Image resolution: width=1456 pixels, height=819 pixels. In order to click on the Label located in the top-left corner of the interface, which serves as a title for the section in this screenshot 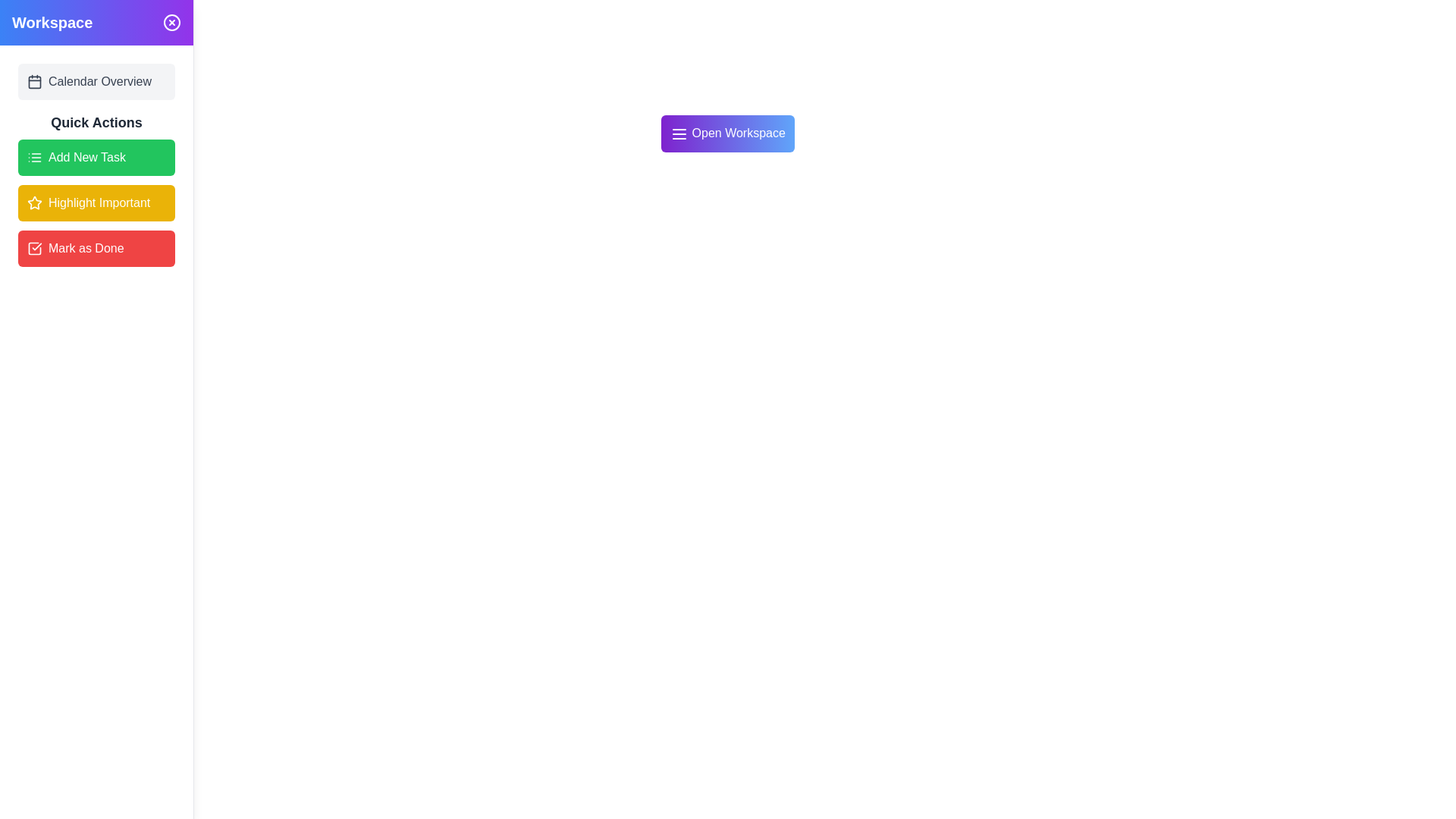, I will do `click(52, 23)`.